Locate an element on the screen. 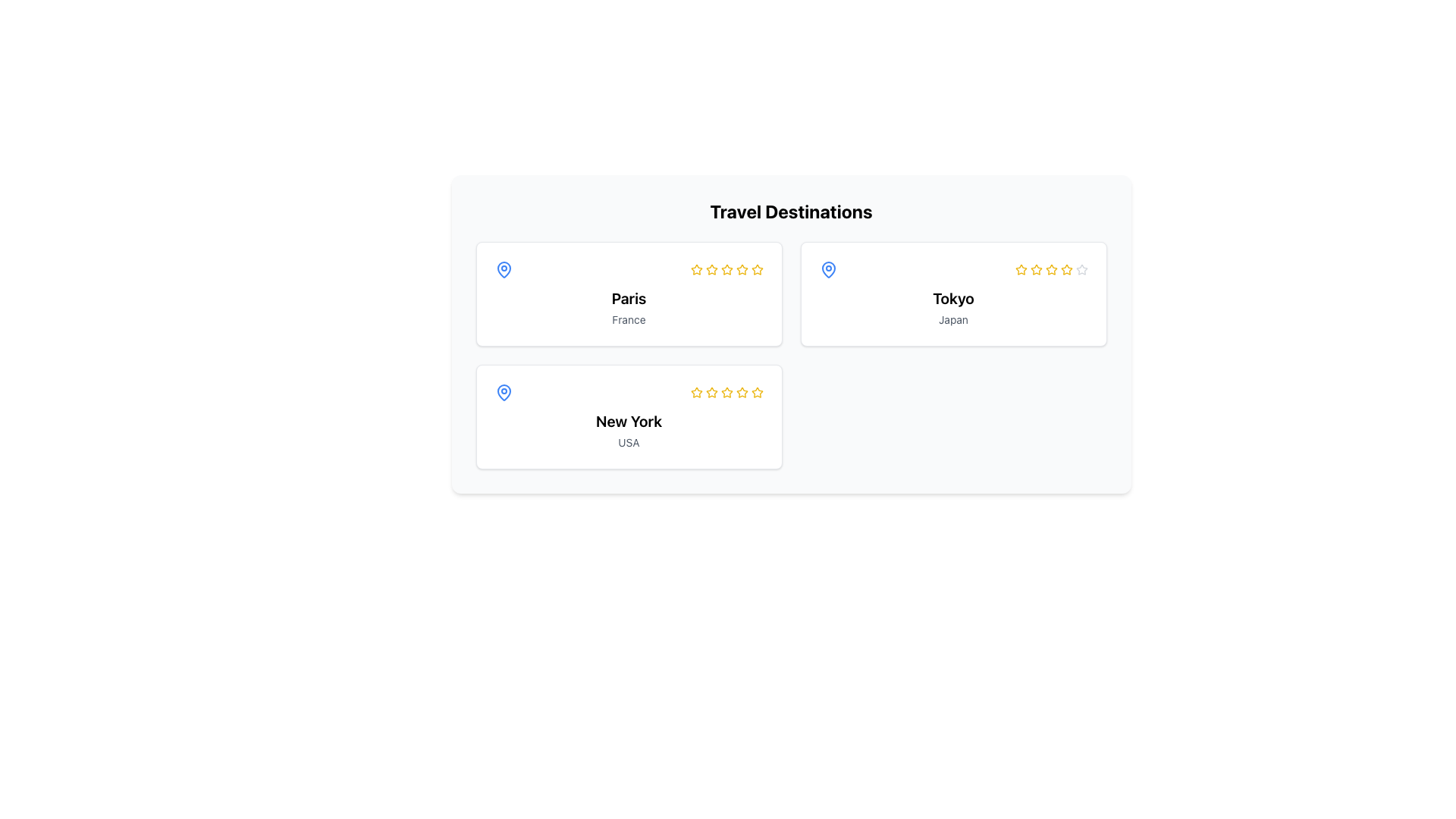 Image resolution: width=1456 pixels, height=819 pixels. the third star in the rating section for New York, which is a yellow outlined star among a group of five stars is located at coordinates (711, 391).